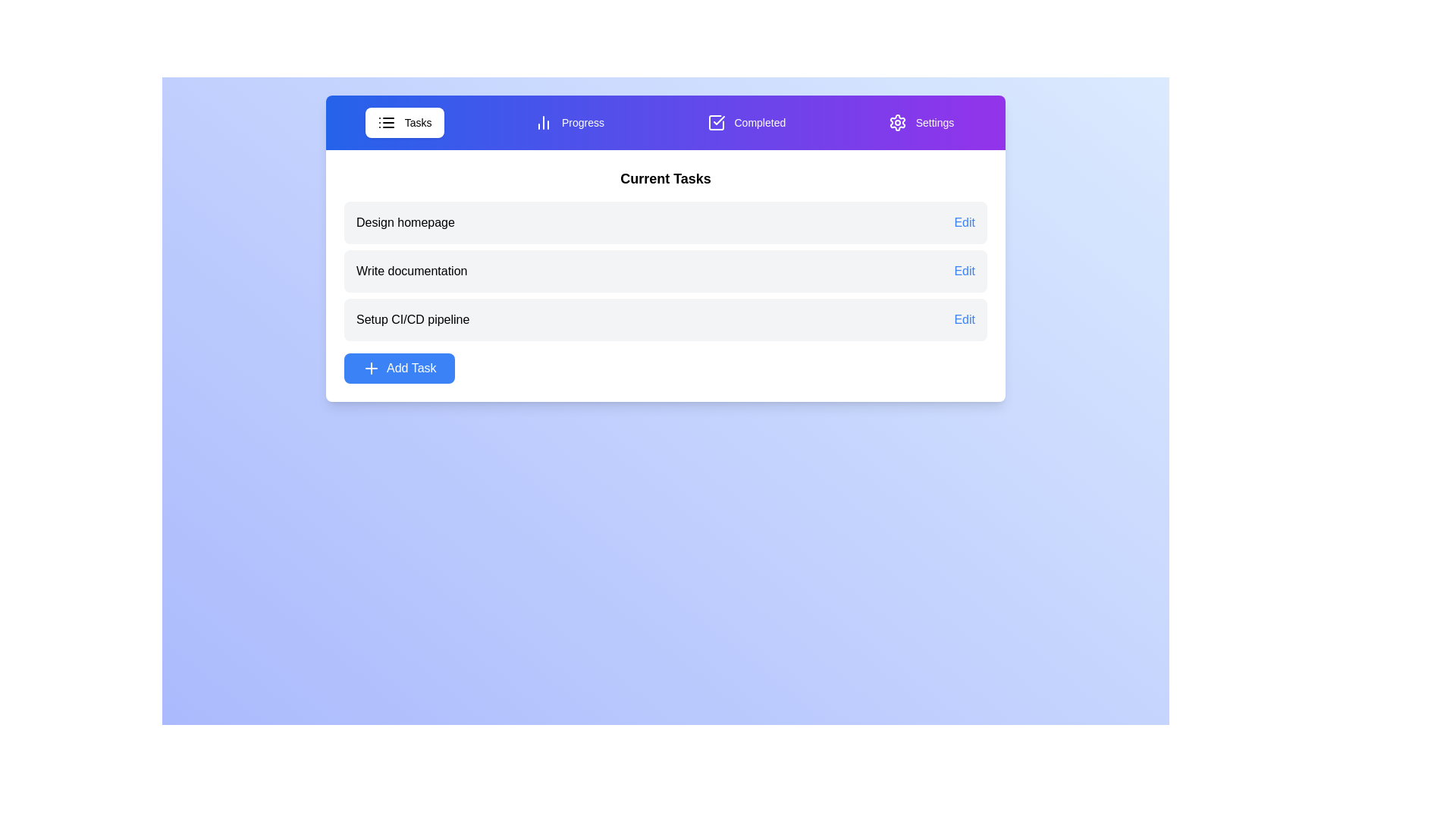 This screenshot has height=819, width=1456. Describe the element at coordinates (404, 122) in the screenshot. I see `the leftmost navigation button in the top navigation bar` at that location.